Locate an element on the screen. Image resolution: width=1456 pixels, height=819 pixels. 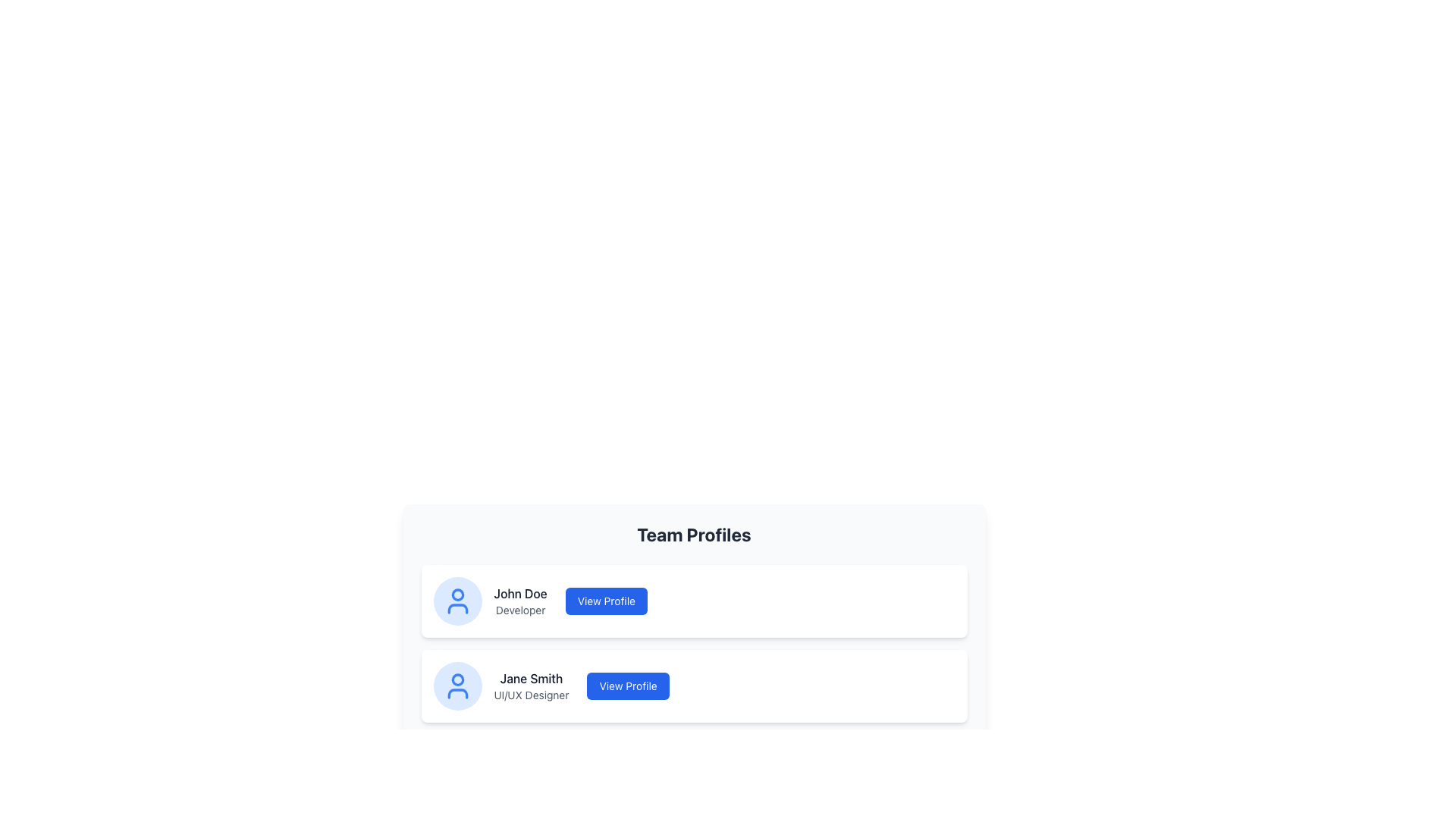
the name 'Jane Smith' in the Profile summary display is located at coordinates (501, 686).